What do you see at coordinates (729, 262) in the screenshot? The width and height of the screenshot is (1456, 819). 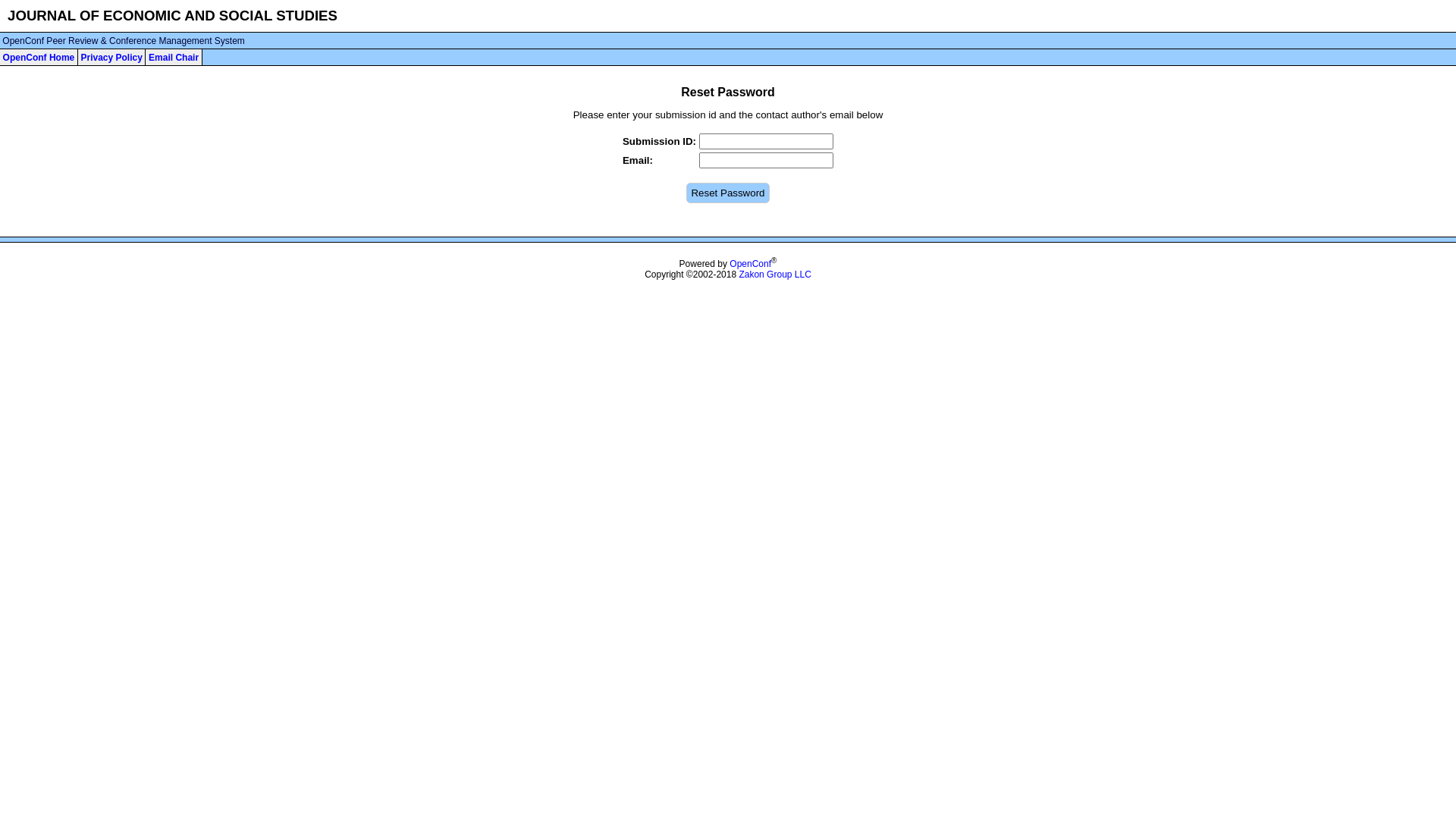 I see `'OpenConf'` at bounding box center [729, 262].